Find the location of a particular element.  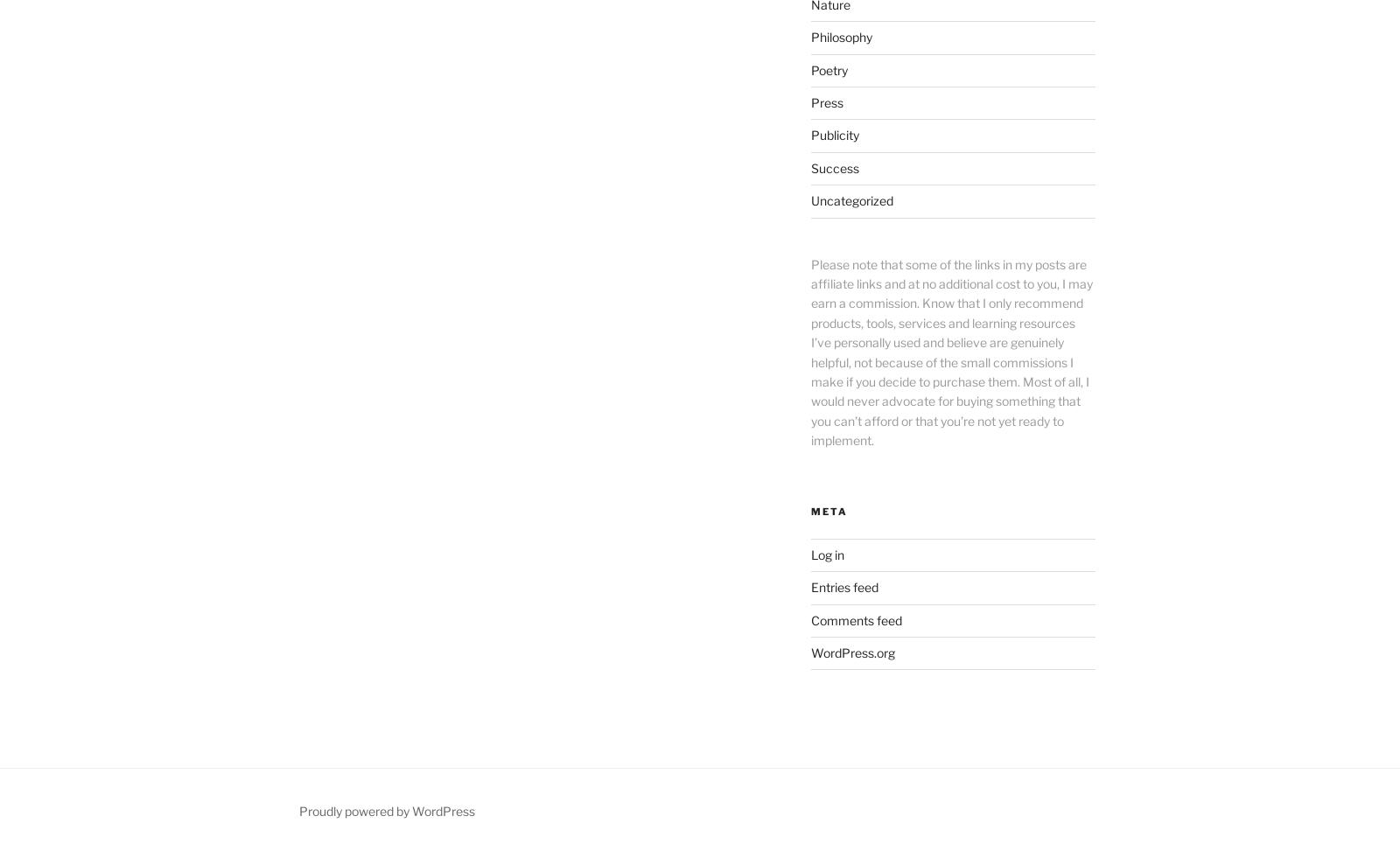

'Press' is located at coordinates (825, 101).